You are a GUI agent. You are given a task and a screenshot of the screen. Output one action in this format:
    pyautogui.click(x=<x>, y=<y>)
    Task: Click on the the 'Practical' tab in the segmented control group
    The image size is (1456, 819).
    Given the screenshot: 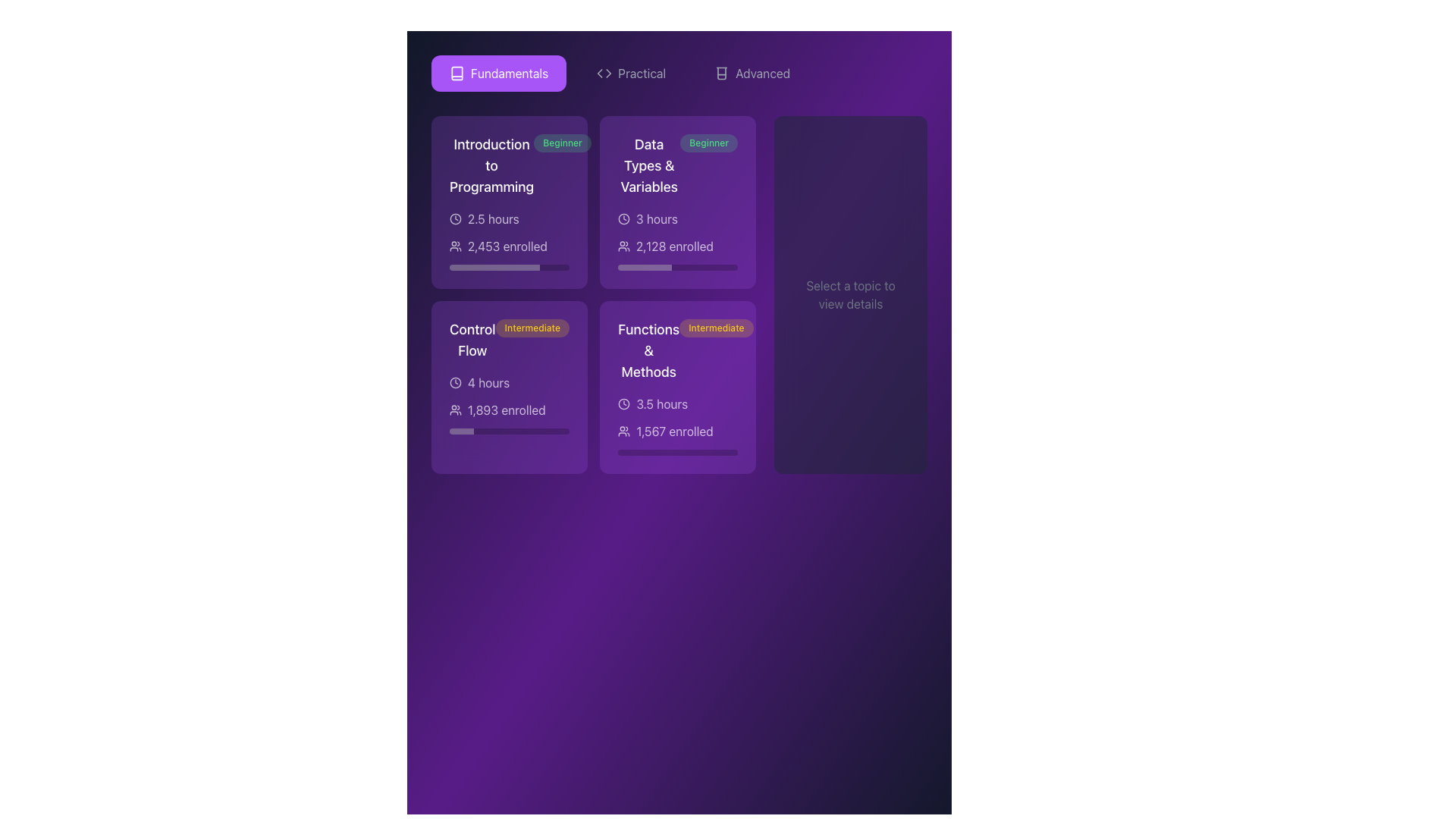 What is the action you would take?
    pyautogui.click(x=679, y=73)
    